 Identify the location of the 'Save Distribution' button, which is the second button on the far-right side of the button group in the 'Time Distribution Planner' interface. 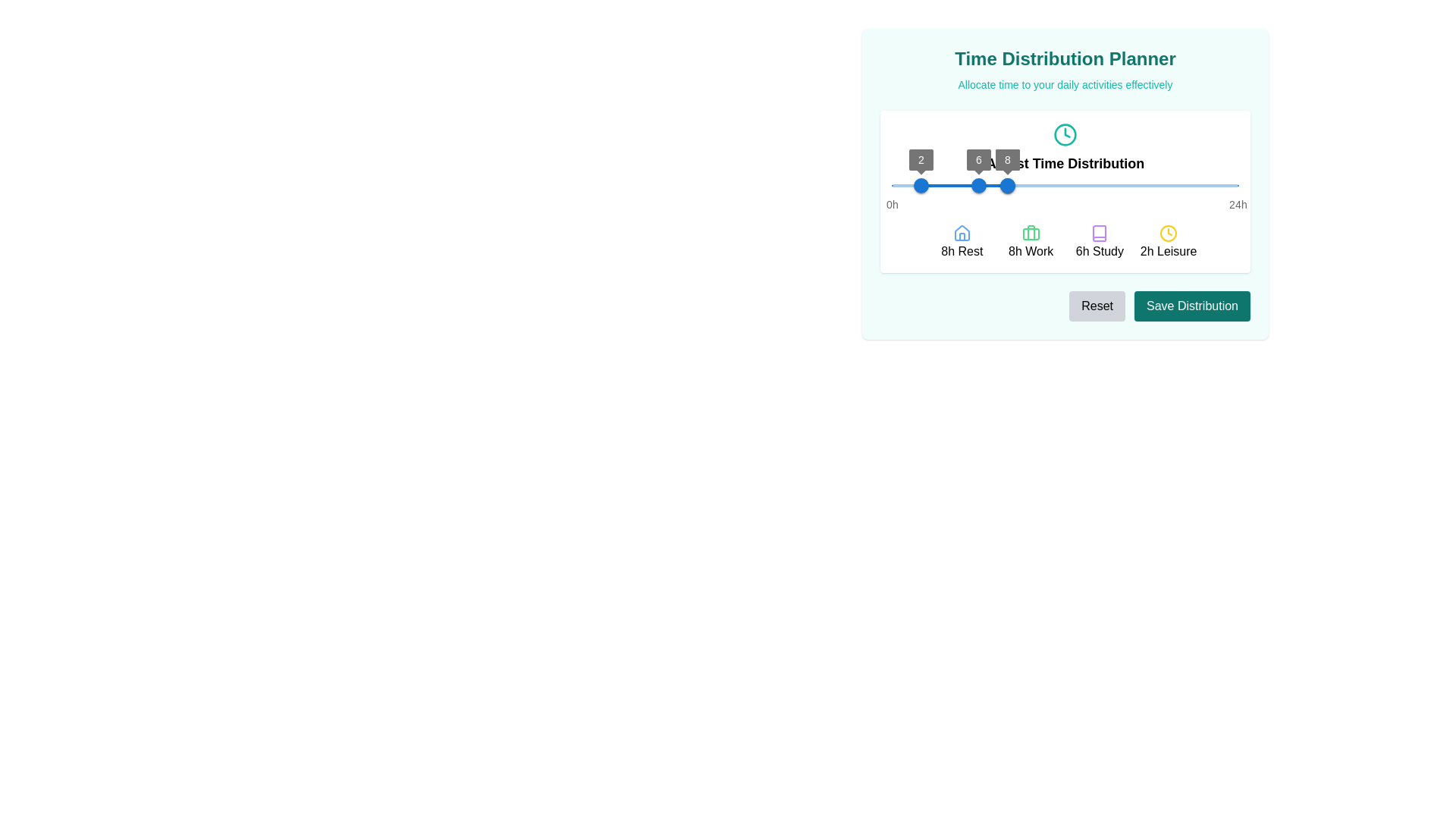
(1191, 306).